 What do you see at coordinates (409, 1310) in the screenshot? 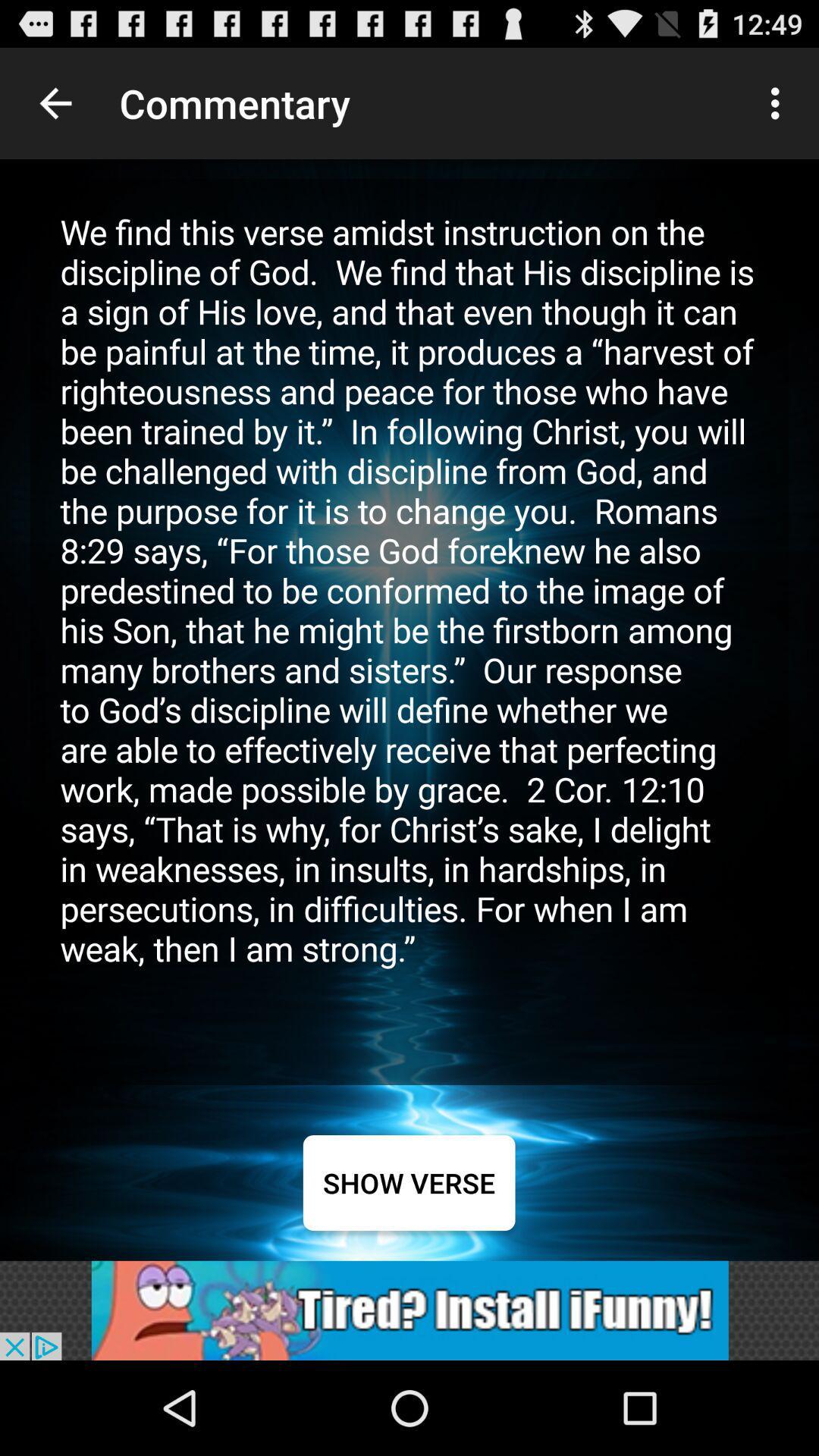
I see `banner` at bounding box center [409, 1310].